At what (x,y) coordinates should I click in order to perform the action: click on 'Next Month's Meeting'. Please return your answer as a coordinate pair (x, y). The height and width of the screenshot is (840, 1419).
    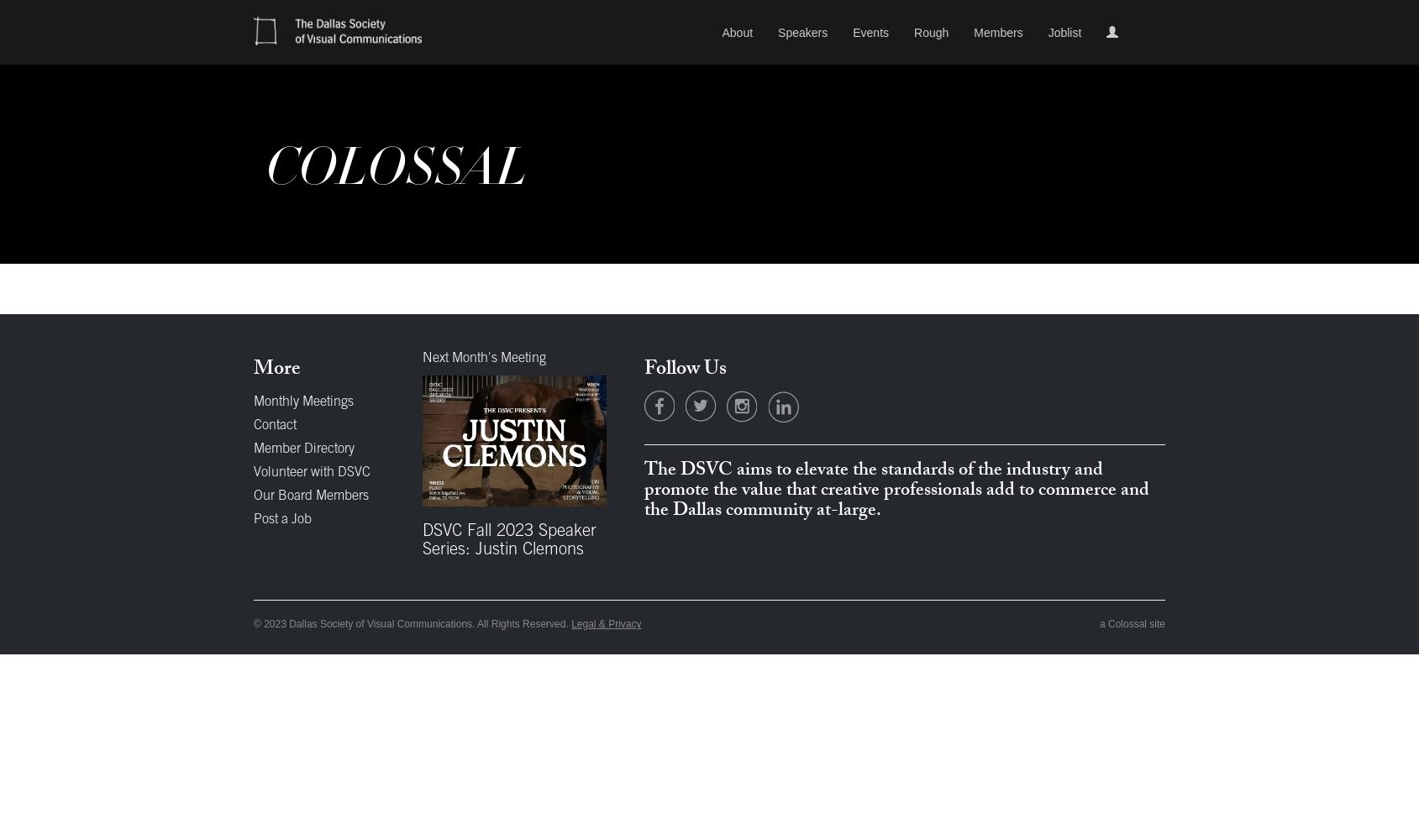
    Looking at the image, I should click on (482, 359).